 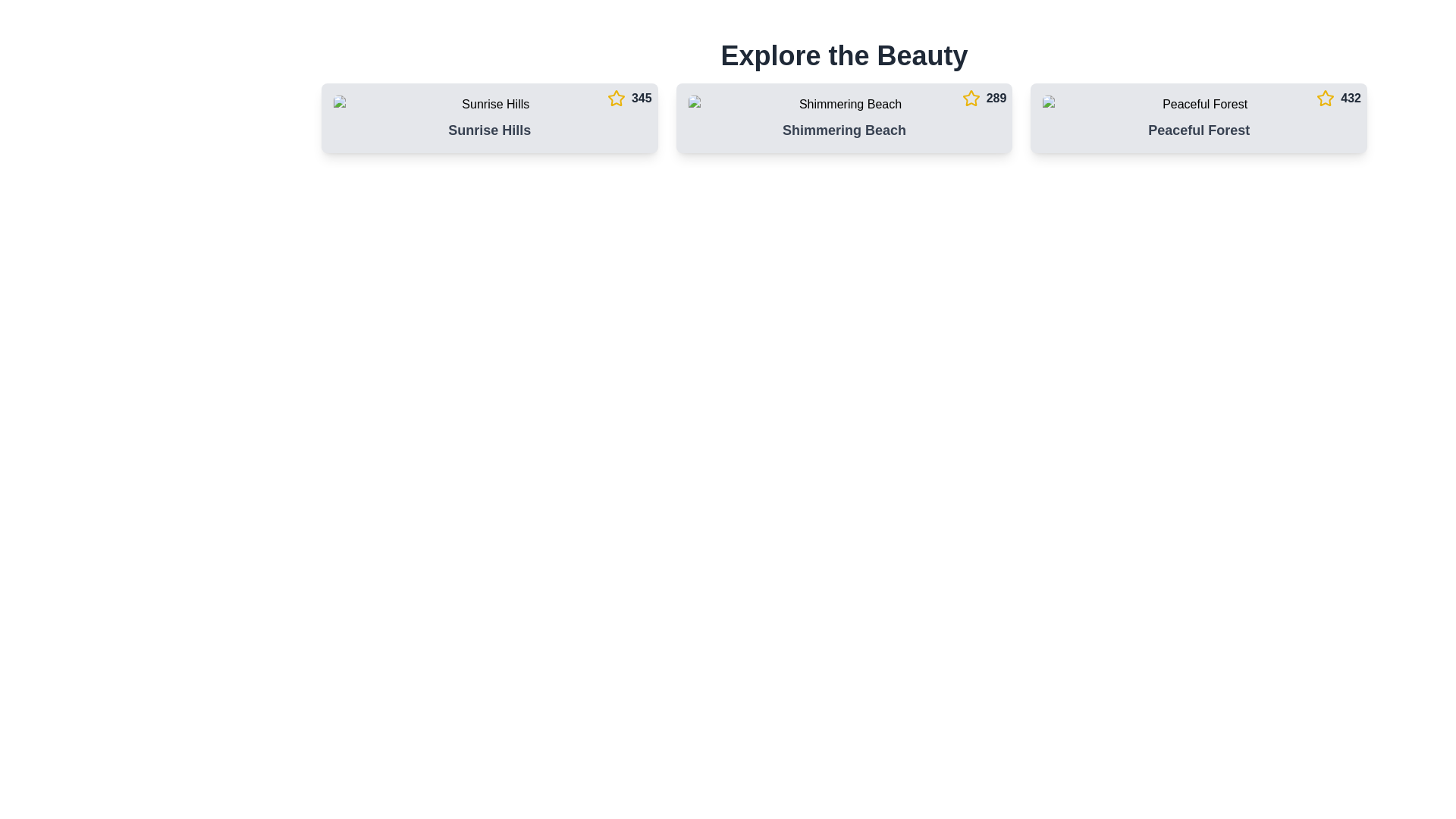 I want to click on the star icon with yellow fill and numerical text '289' in gray and bold, so click(x=984, y=99).